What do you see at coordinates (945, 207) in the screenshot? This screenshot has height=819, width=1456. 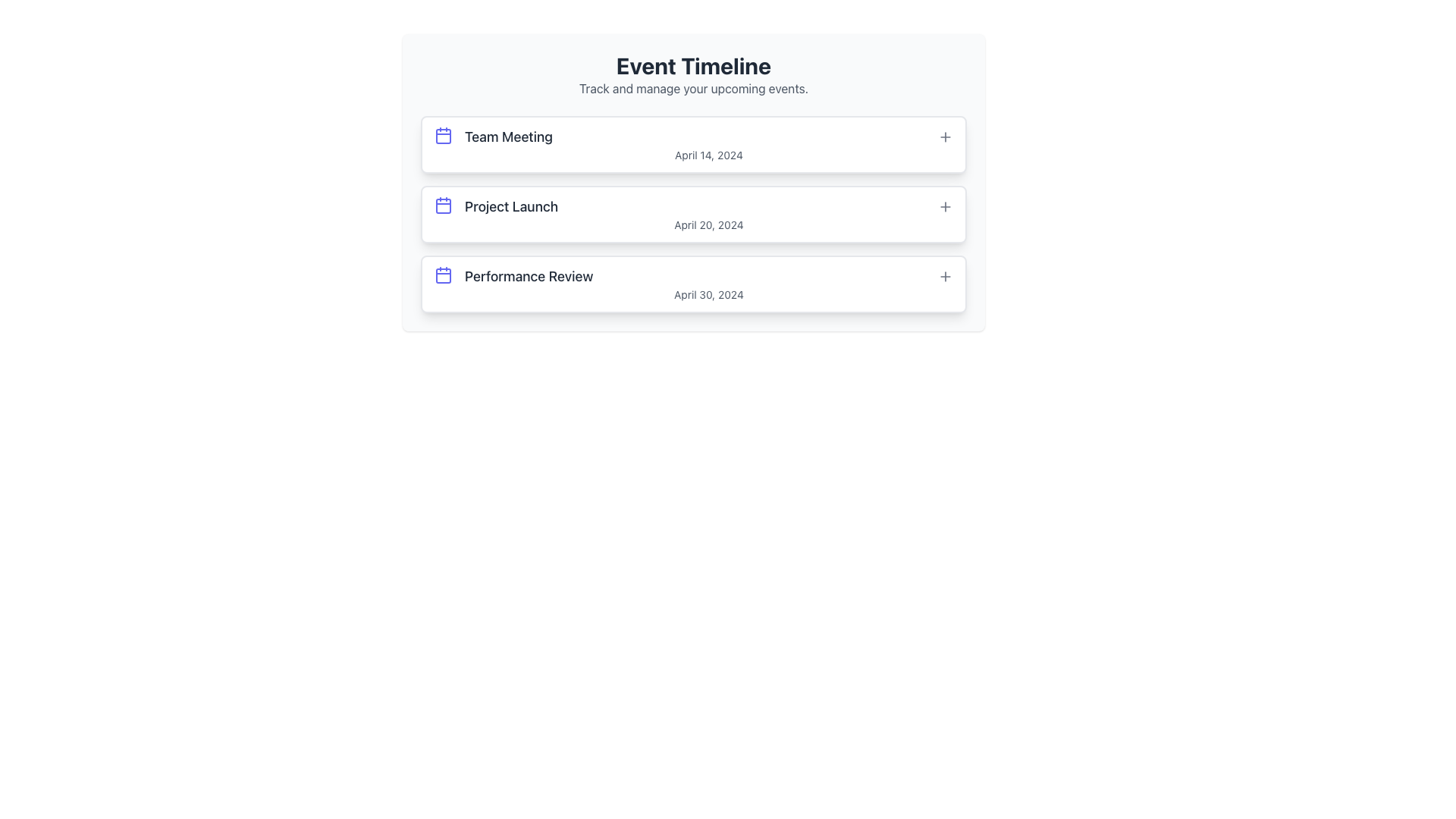 I see `the icon button located to the right of the 'Project Launch' text element, which serves` at bounding box center [945, 207].